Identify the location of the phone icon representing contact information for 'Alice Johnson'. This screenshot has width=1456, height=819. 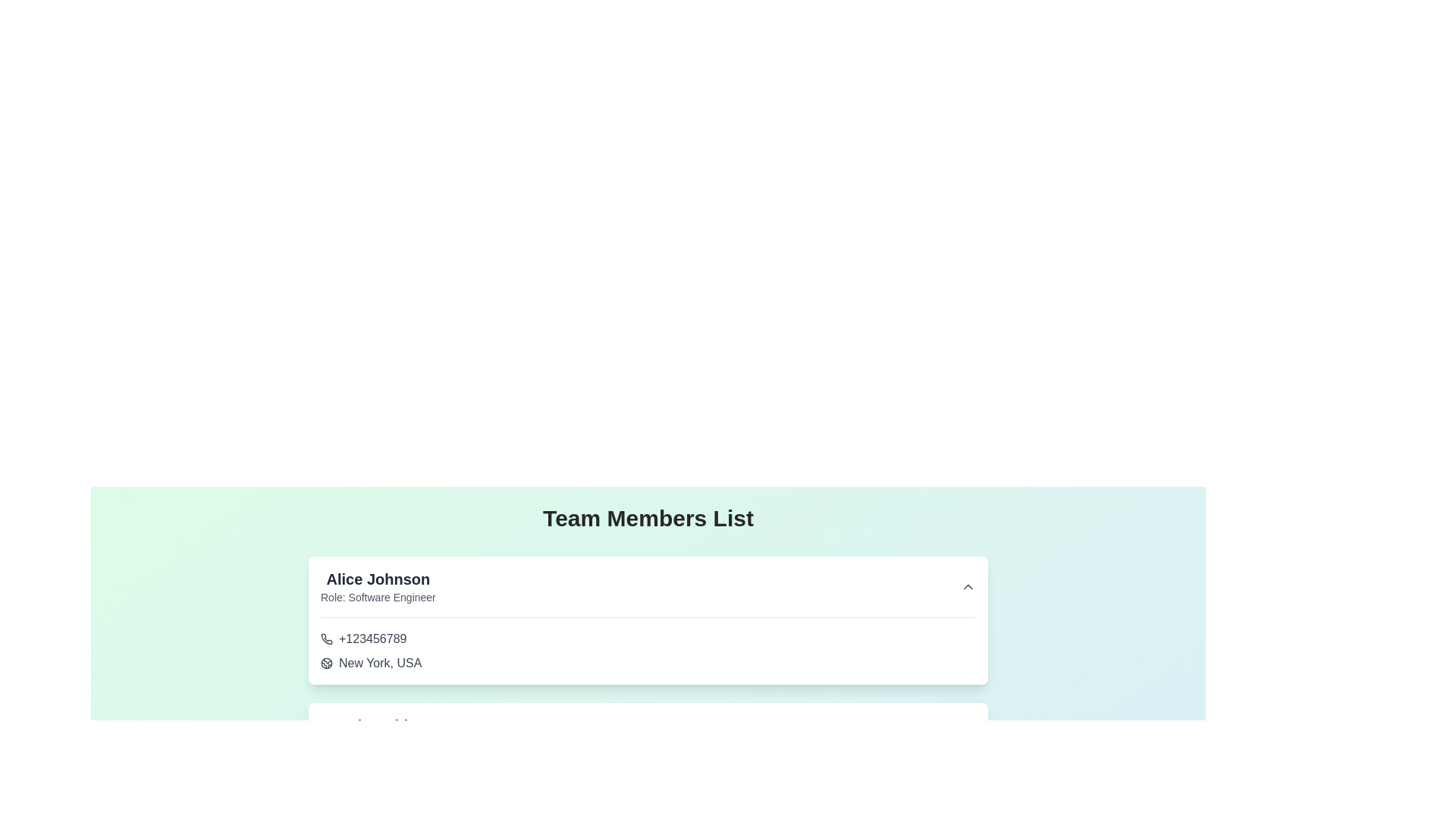
(326, 639).